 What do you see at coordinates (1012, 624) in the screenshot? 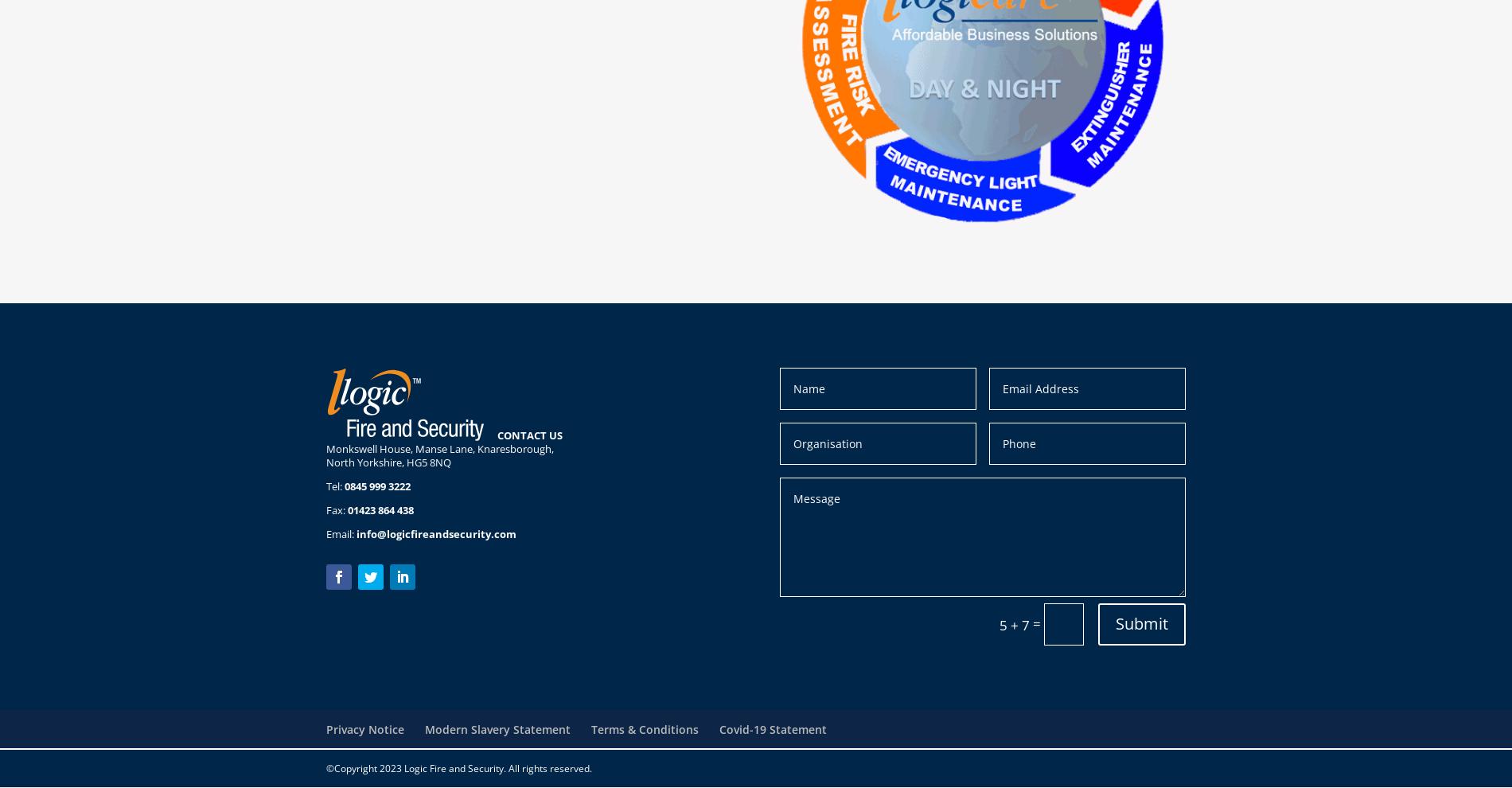
I see `'5 + 7'` at bounding box center [1012, 624].